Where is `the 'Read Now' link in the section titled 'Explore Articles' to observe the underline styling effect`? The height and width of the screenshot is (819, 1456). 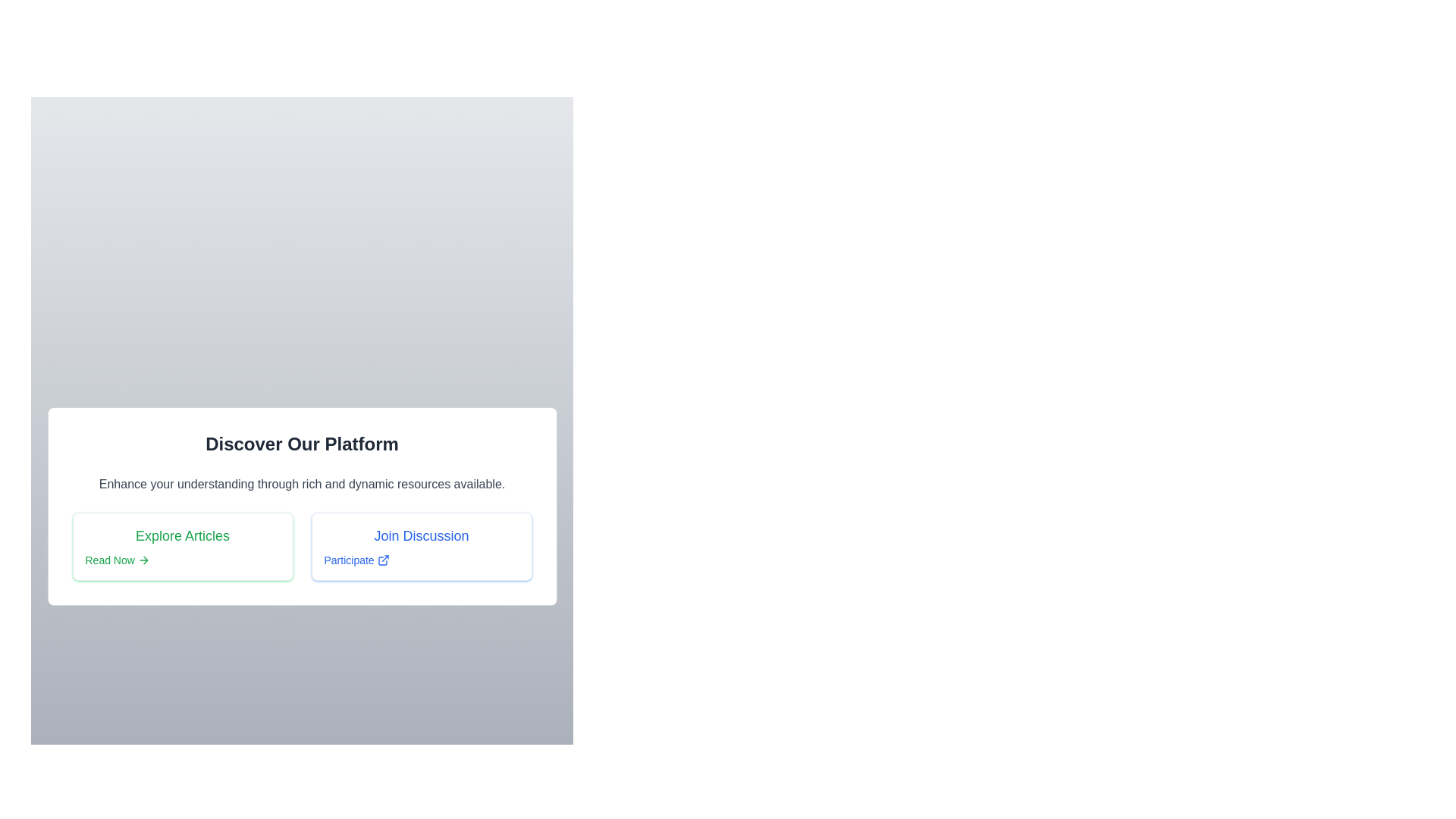 the 'Read Now' link in the section titled 'Explore Articles' to observe the underline styling effect is located at coordinates (182, 547).